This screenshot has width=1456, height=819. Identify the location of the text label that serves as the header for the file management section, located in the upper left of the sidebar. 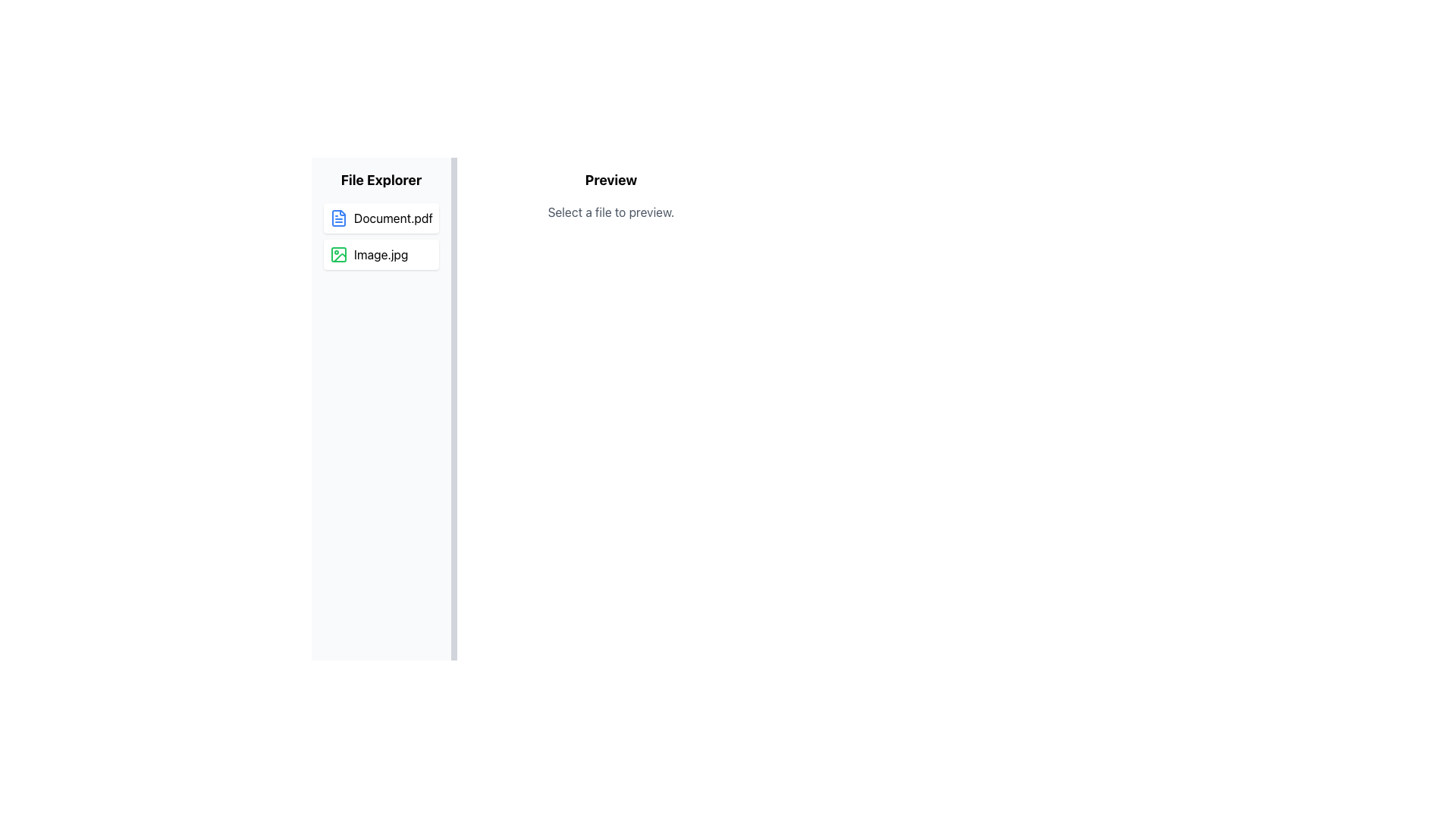
(381, 180).